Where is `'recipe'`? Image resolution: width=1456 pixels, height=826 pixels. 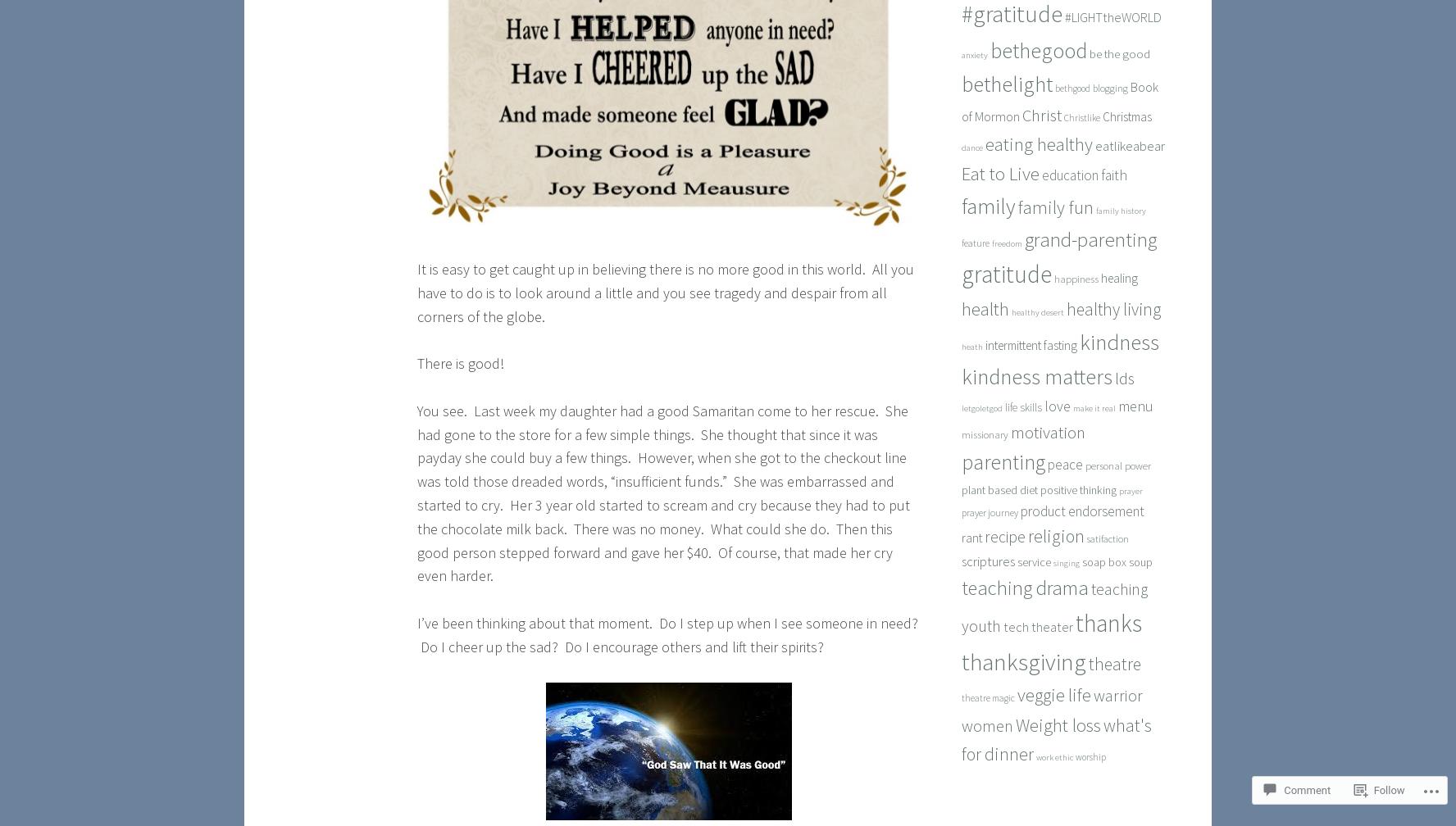
'recipe' is located at coordinates (1003, 535).